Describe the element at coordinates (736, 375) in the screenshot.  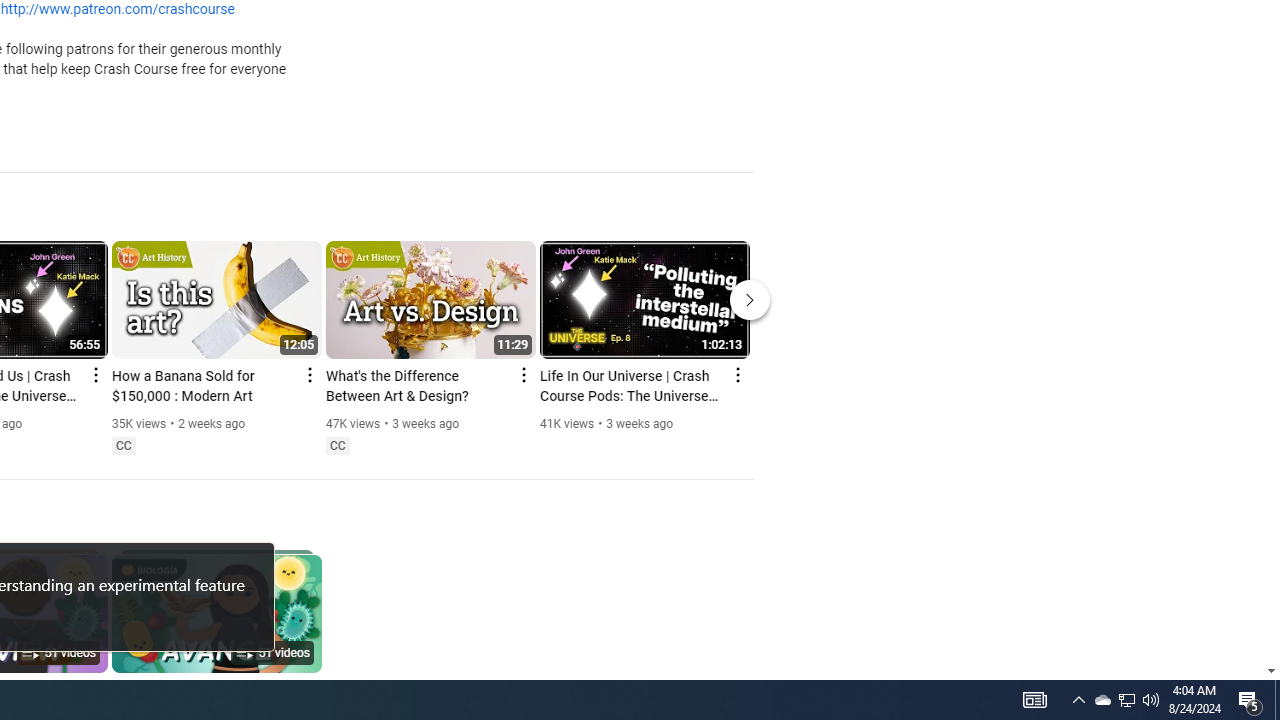
I see `'Action menu'` at that location.